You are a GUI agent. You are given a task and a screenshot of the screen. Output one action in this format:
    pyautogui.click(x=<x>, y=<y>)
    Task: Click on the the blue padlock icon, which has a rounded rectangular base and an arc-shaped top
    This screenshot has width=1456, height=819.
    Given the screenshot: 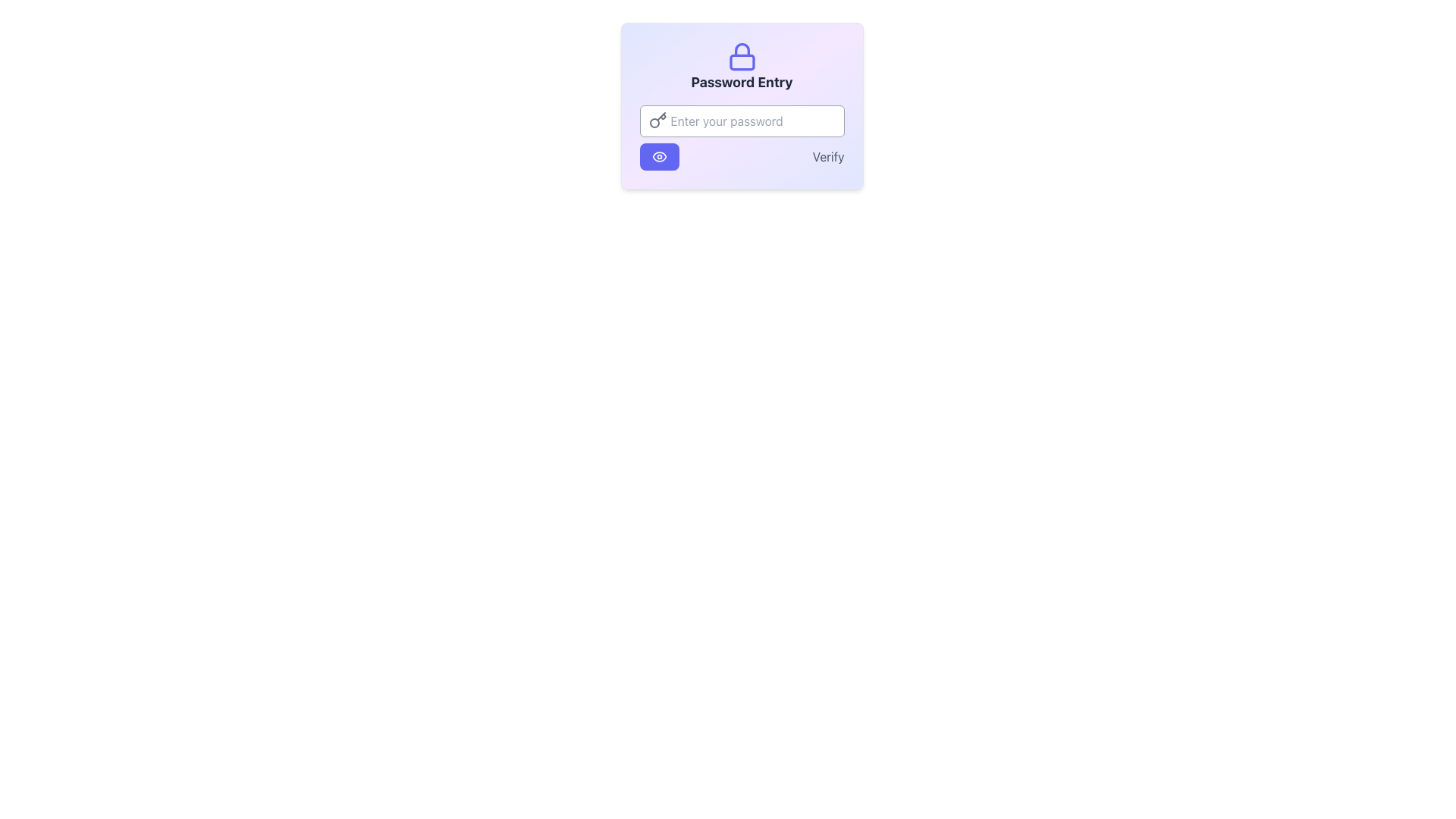 What is the action you would take?
    pyautogui.click(x=742, y=55)
    